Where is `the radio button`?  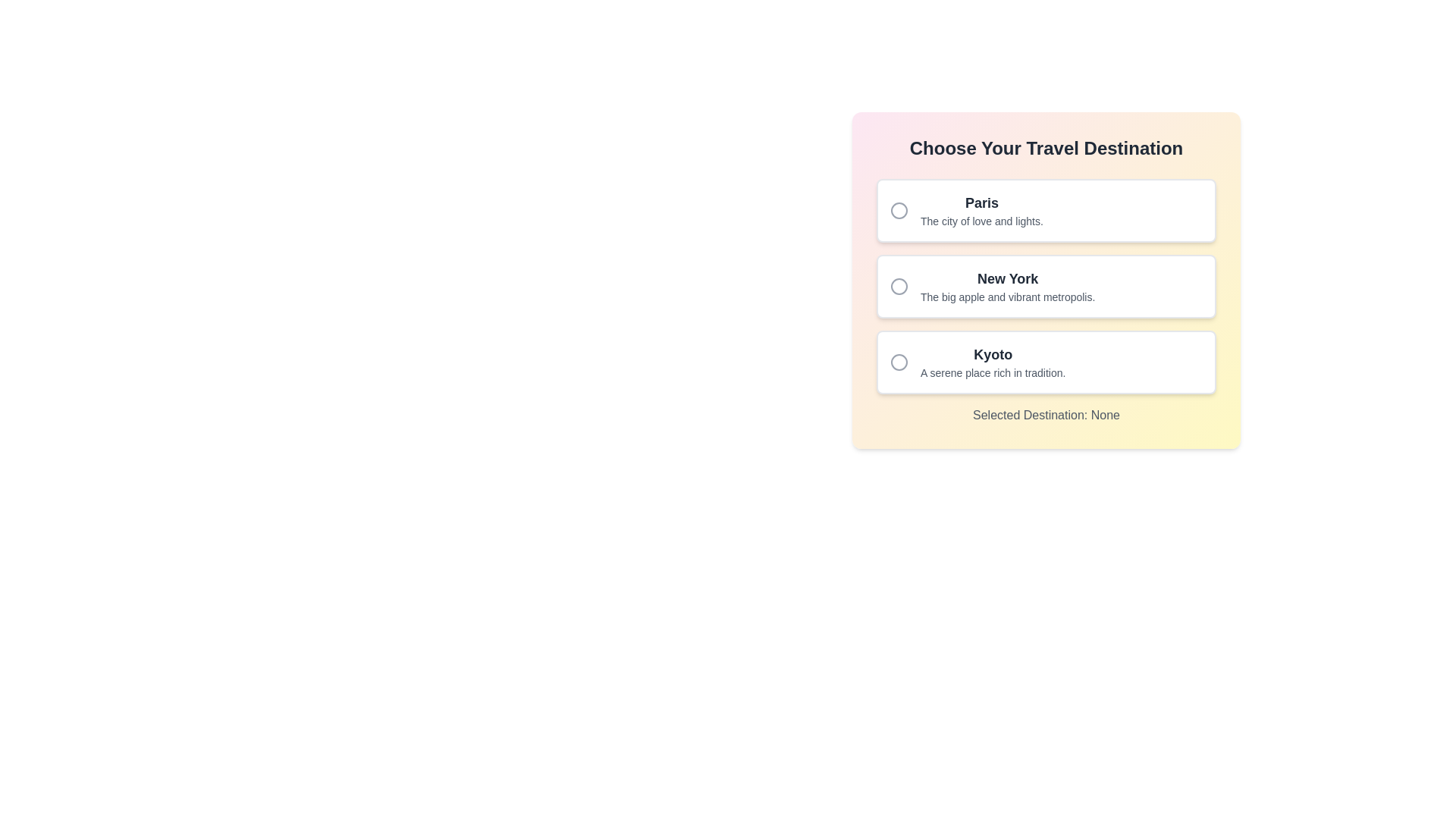
the radio button is located at coordinates (899, 362).